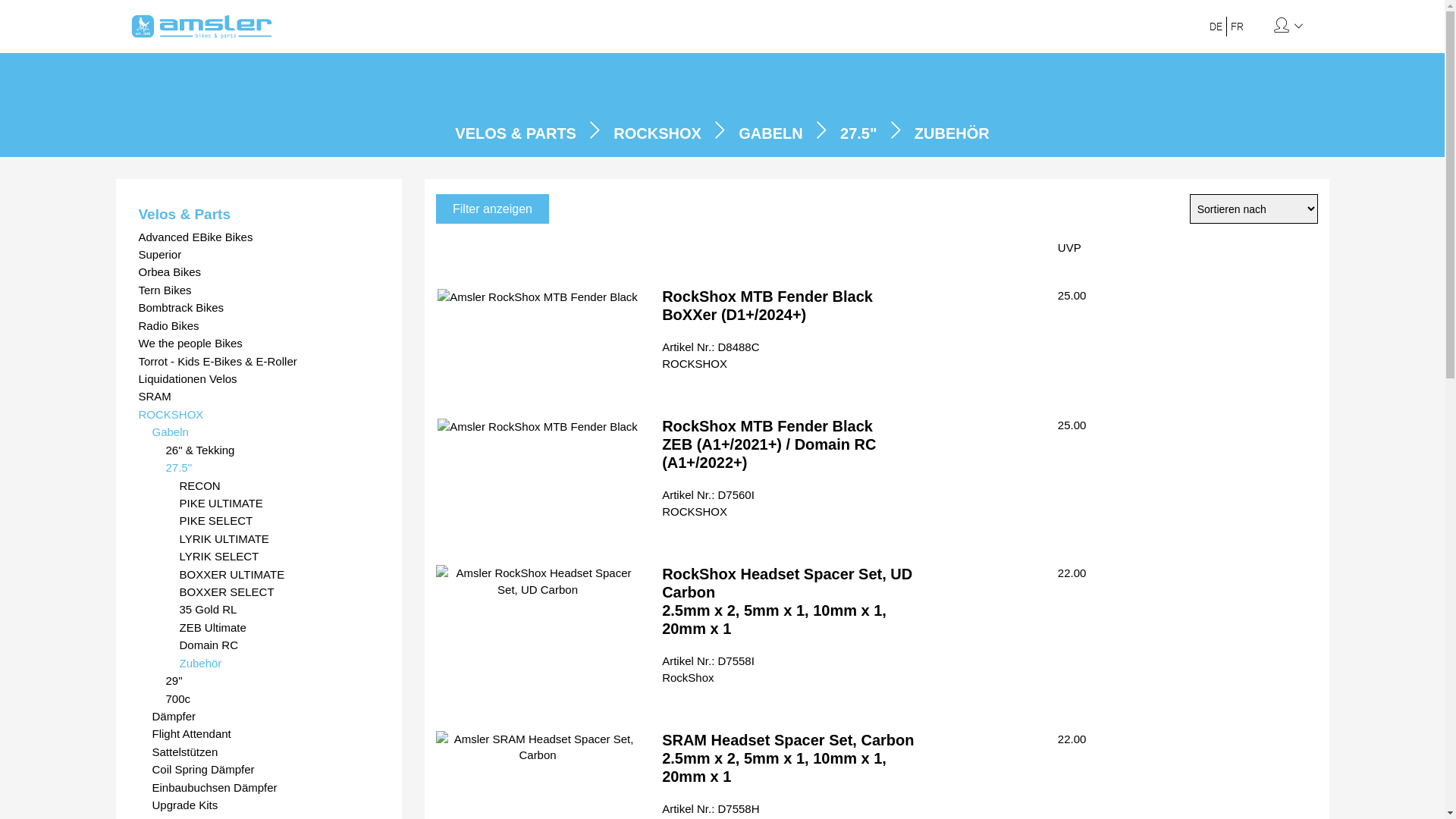  Describe the element at coordinates (492, 209) in the screenshot. I see `'Filter anzeigen'` at that location.